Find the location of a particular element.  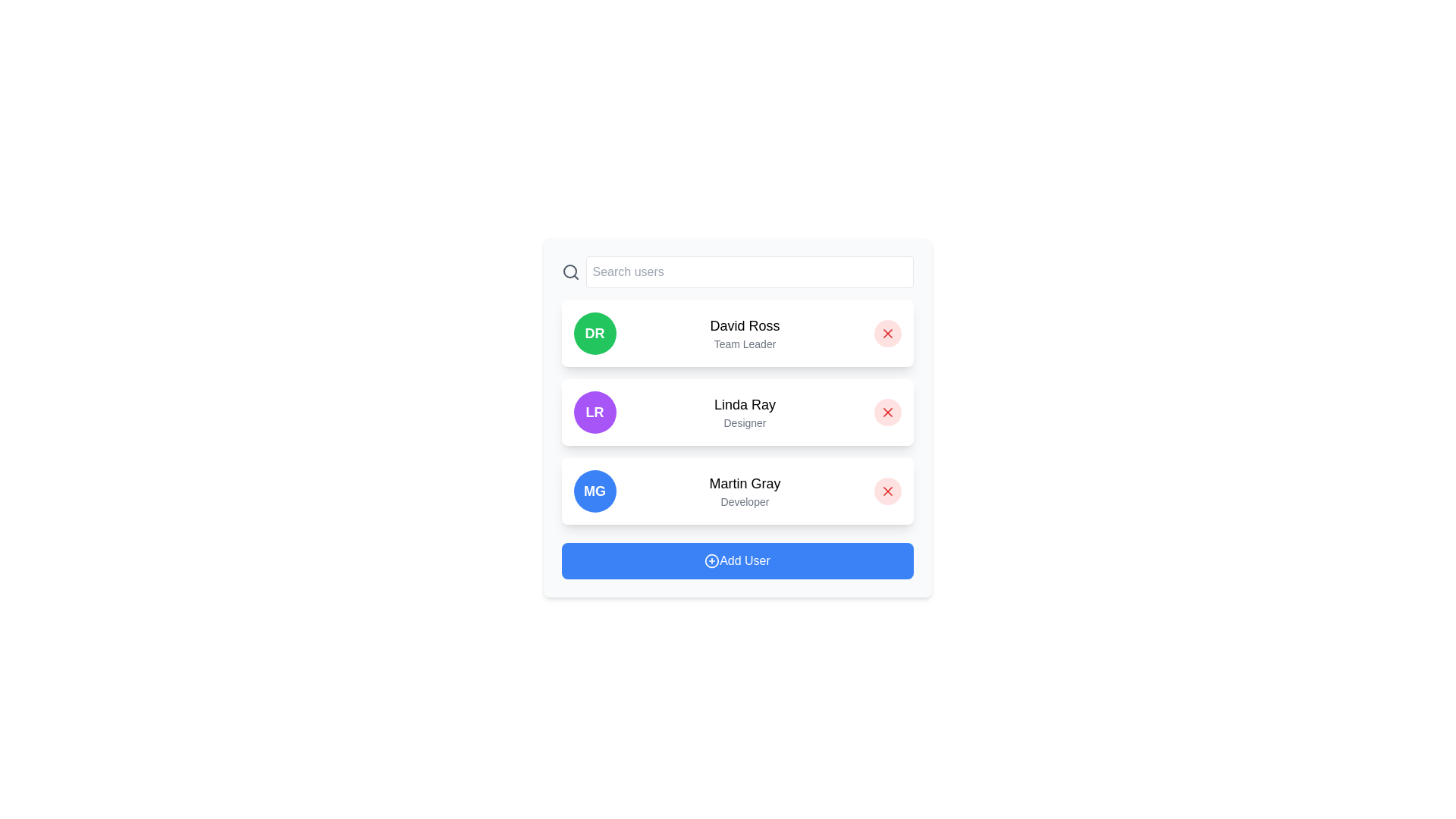

the green circular Profile Initial Badge displaying 'DR', located at the leftmost position of the user information card is located at coordinates (594, 332).